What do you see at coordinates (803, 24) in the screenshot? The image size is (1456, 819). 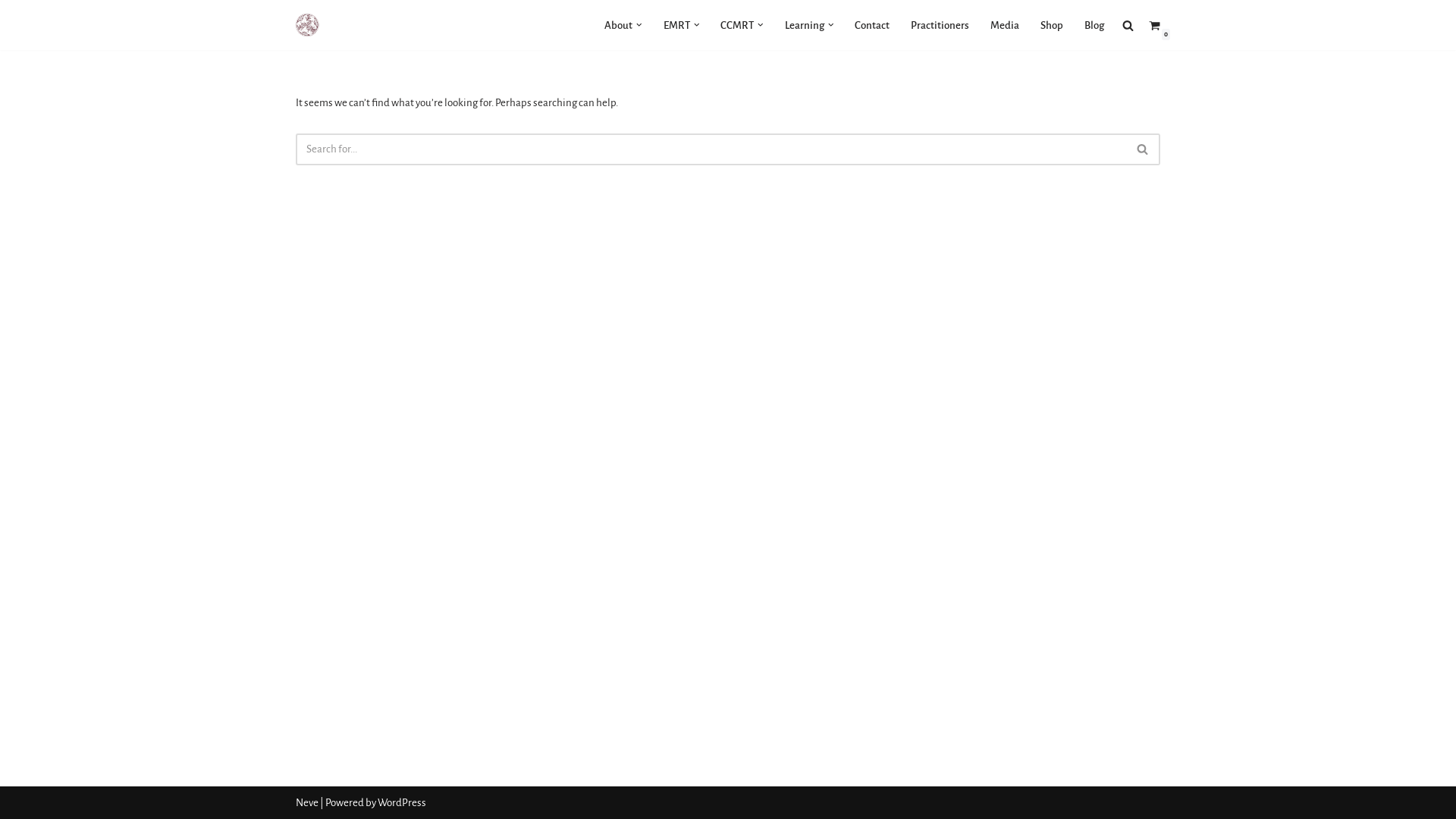 I see `'Learning'` at bounding box center [803, 24].